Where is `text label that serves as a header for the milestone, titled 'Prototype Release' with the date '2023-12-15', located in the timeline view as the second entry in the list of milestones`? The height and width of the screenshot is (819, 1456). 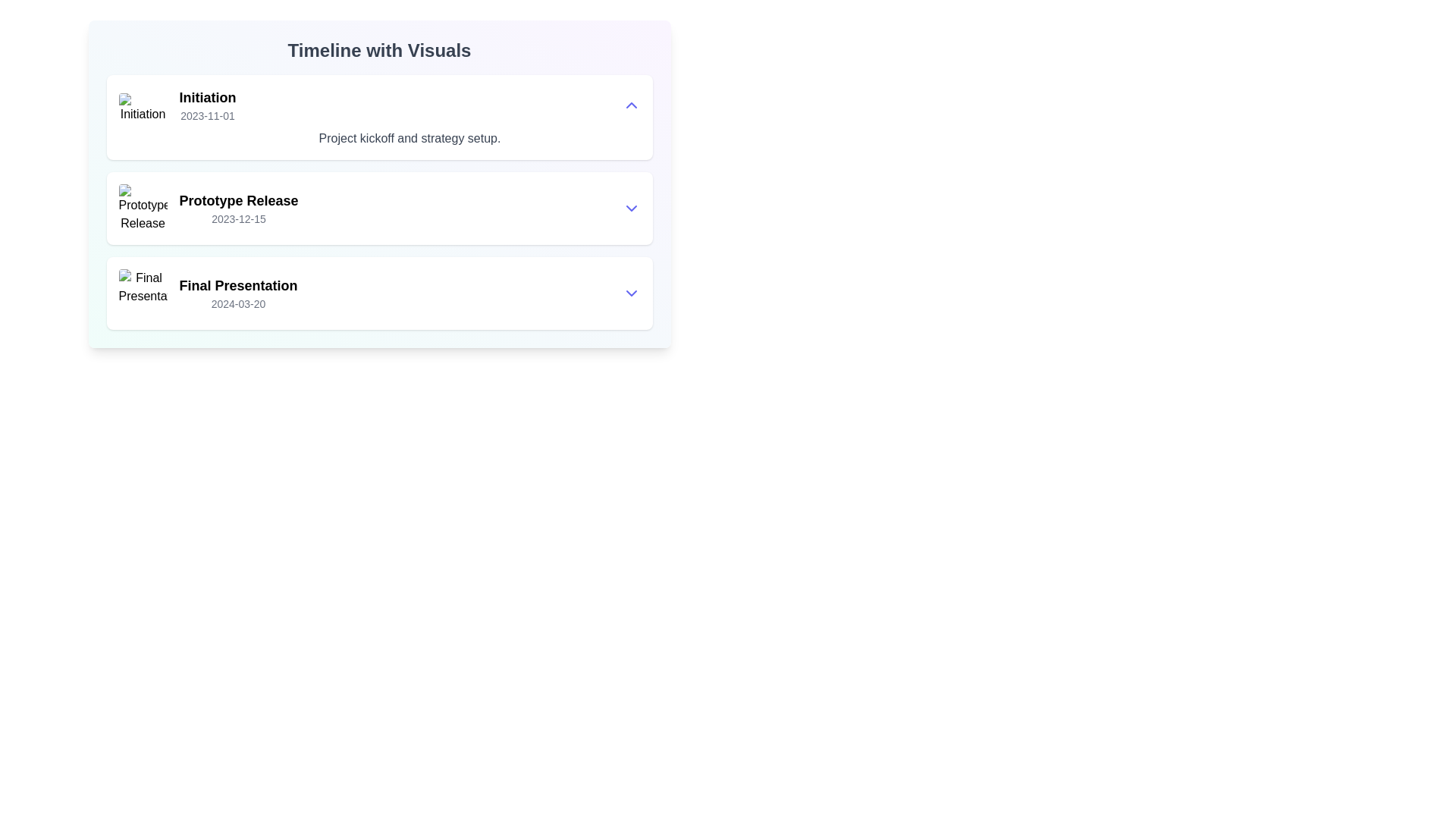
text label that serves as a header for the milestone, titled 'Prototype Release' with the date '2023-12-15', located in the timeline view as the second entry in the list of milestones is located at coordinates (238, 208).